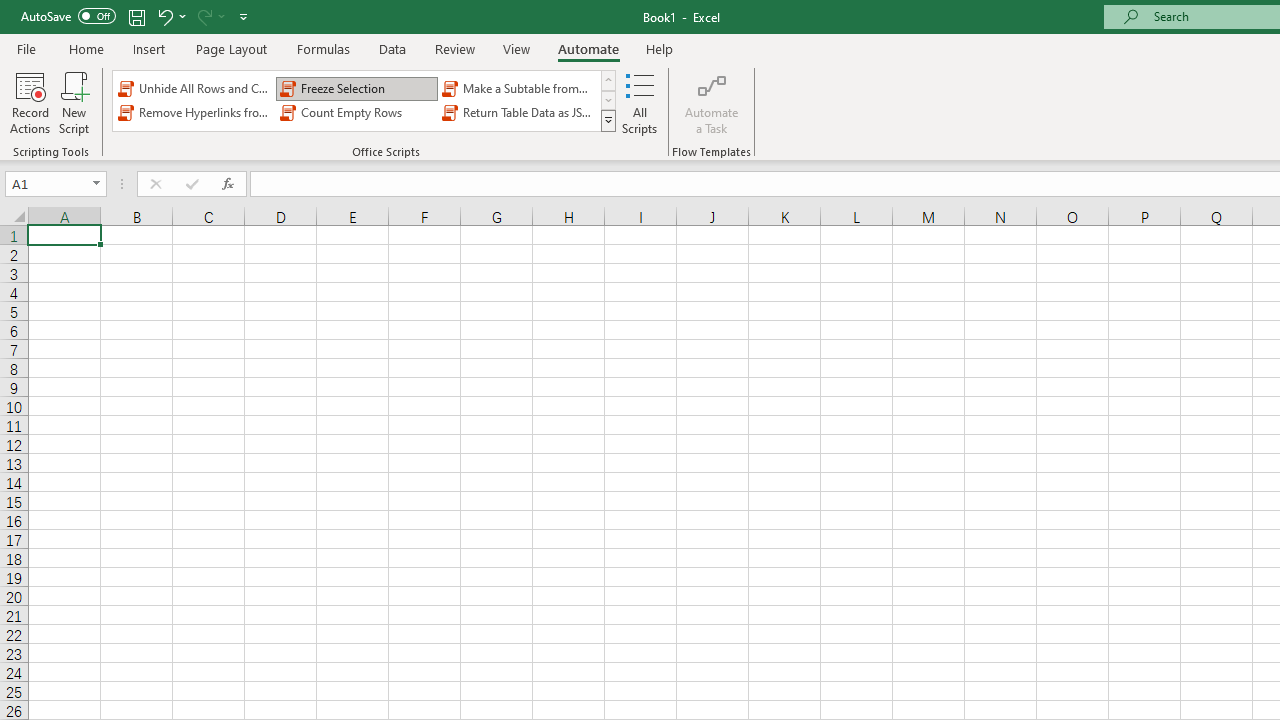 This screenshot has width=1280, height=720. Describe the element at coordinates (73, 103) in the screenshot. I see `'New Script'` at that location.